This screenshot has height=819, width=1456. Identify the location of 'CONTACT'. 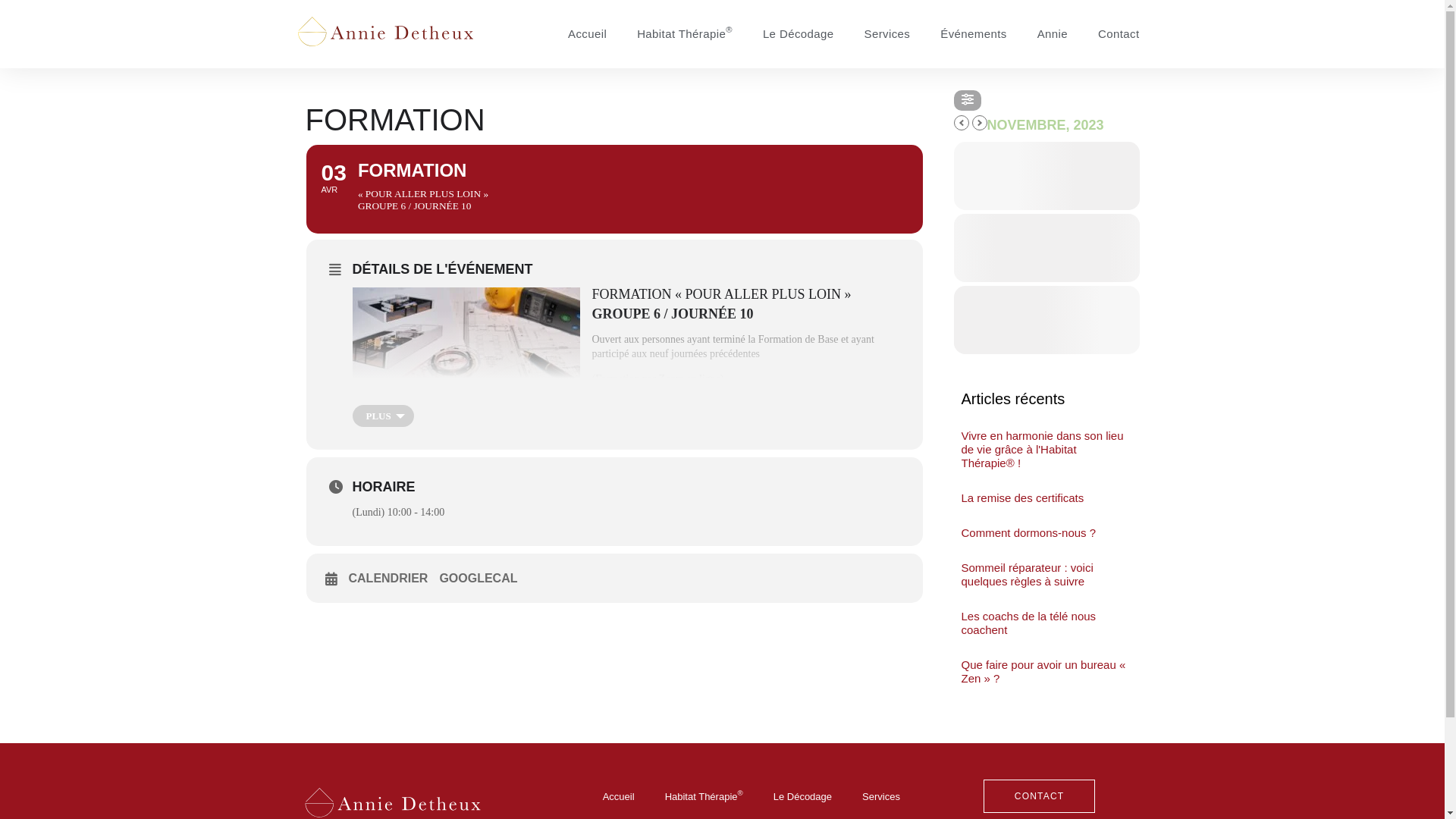
(1039, 795).